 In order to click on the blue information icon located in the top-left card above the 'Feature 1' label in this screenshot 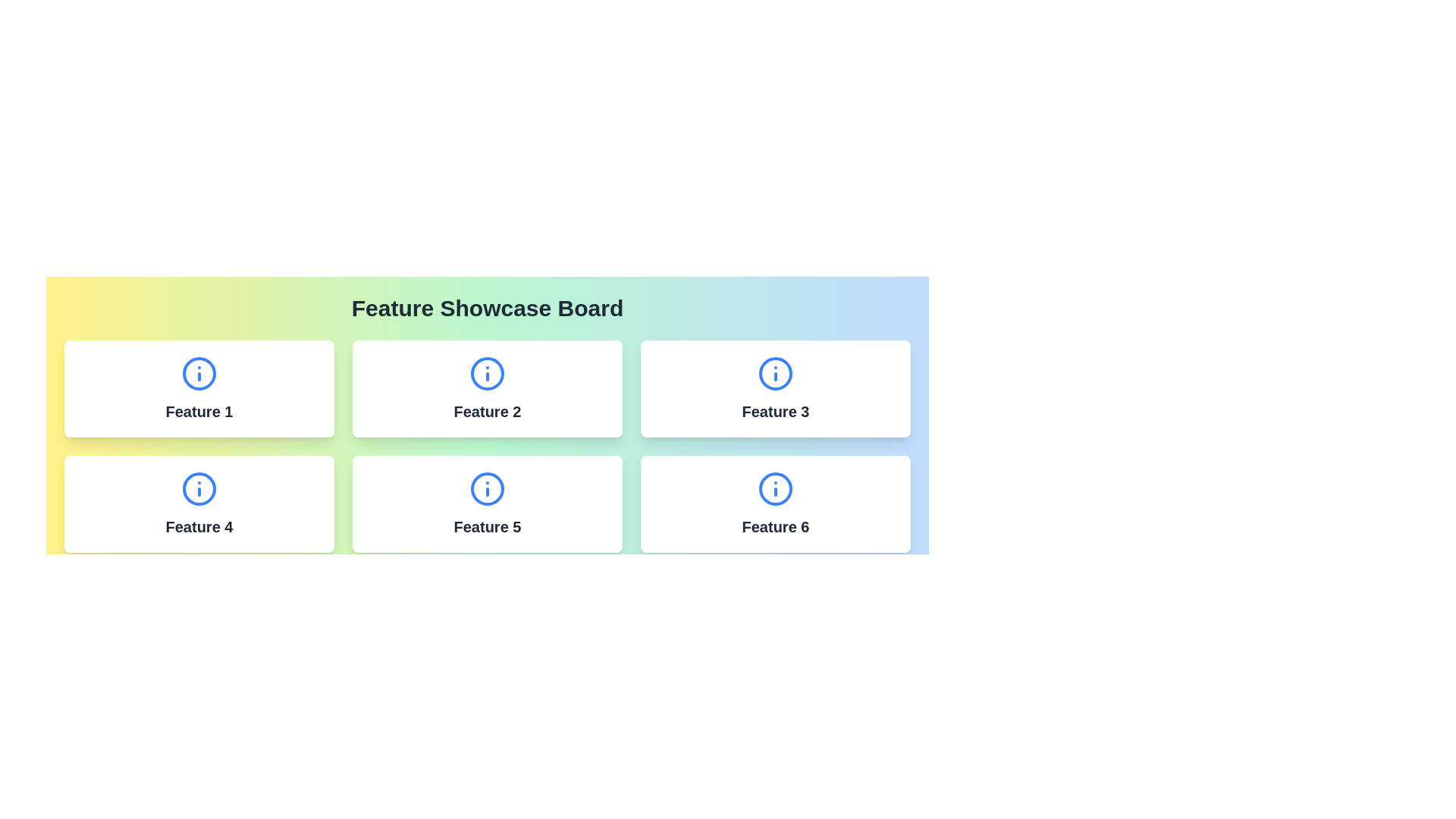, I will do `click(199, 374)`.